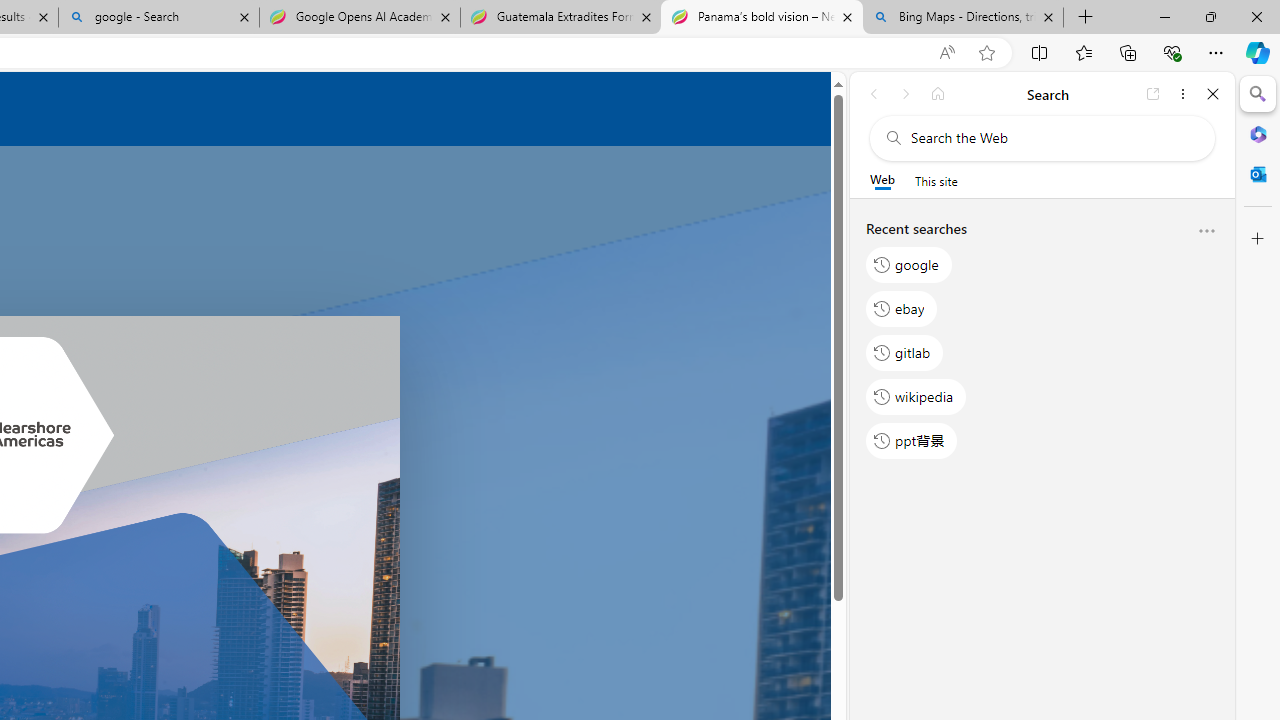  Describe the element at coordinates (1209, 16) in the screenshot. I see `'Restore'` at that location.